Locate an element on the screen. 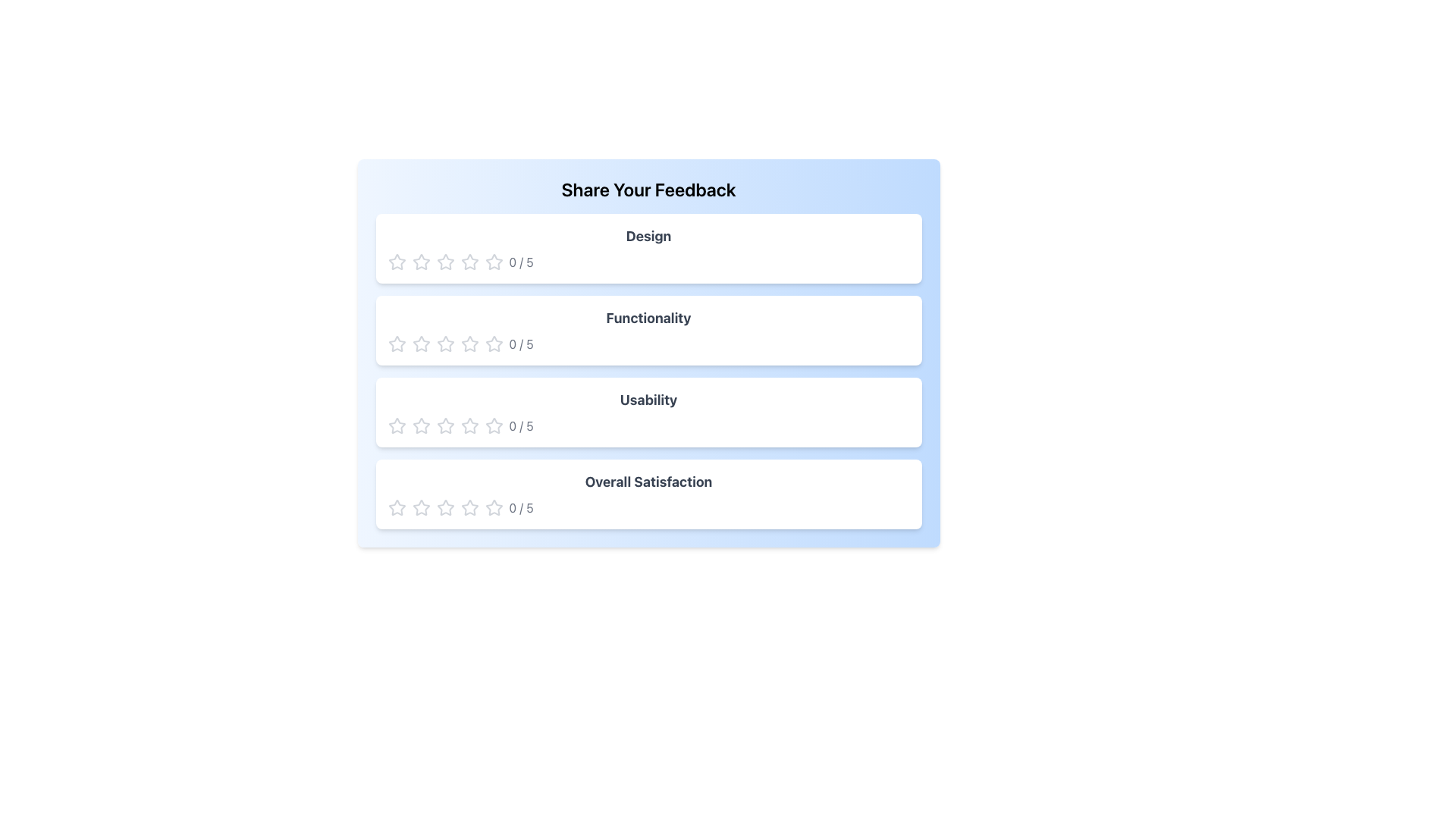  the text label displaying the fraction '0 / 5' in gray color, indicating a numerical rating or score, located in the feedback system under the 'Design' section is located at coordinates (521, 262).